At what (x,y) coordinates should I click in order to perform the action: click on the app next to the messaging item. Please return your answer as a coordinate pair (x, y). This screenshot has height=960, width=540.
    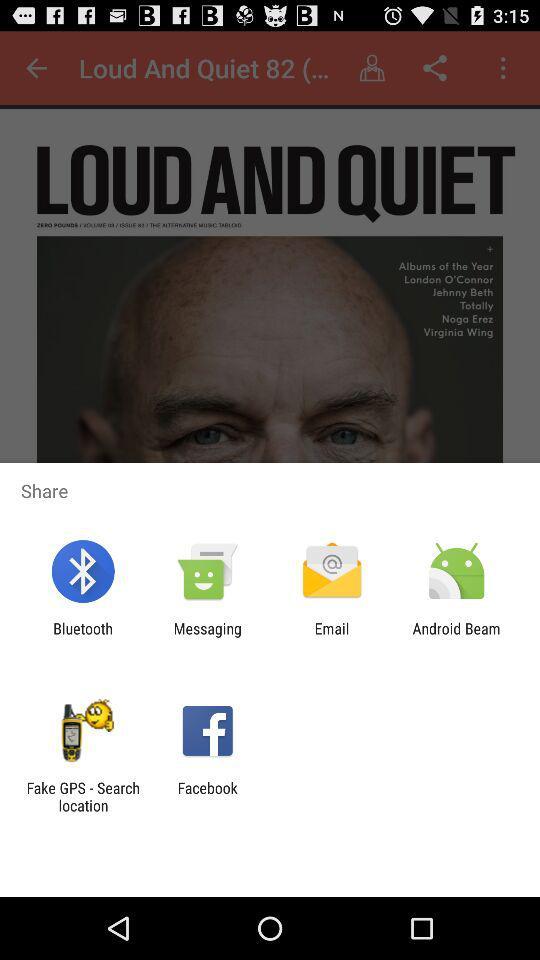
    Looking at the image, I should click on (82, 636).